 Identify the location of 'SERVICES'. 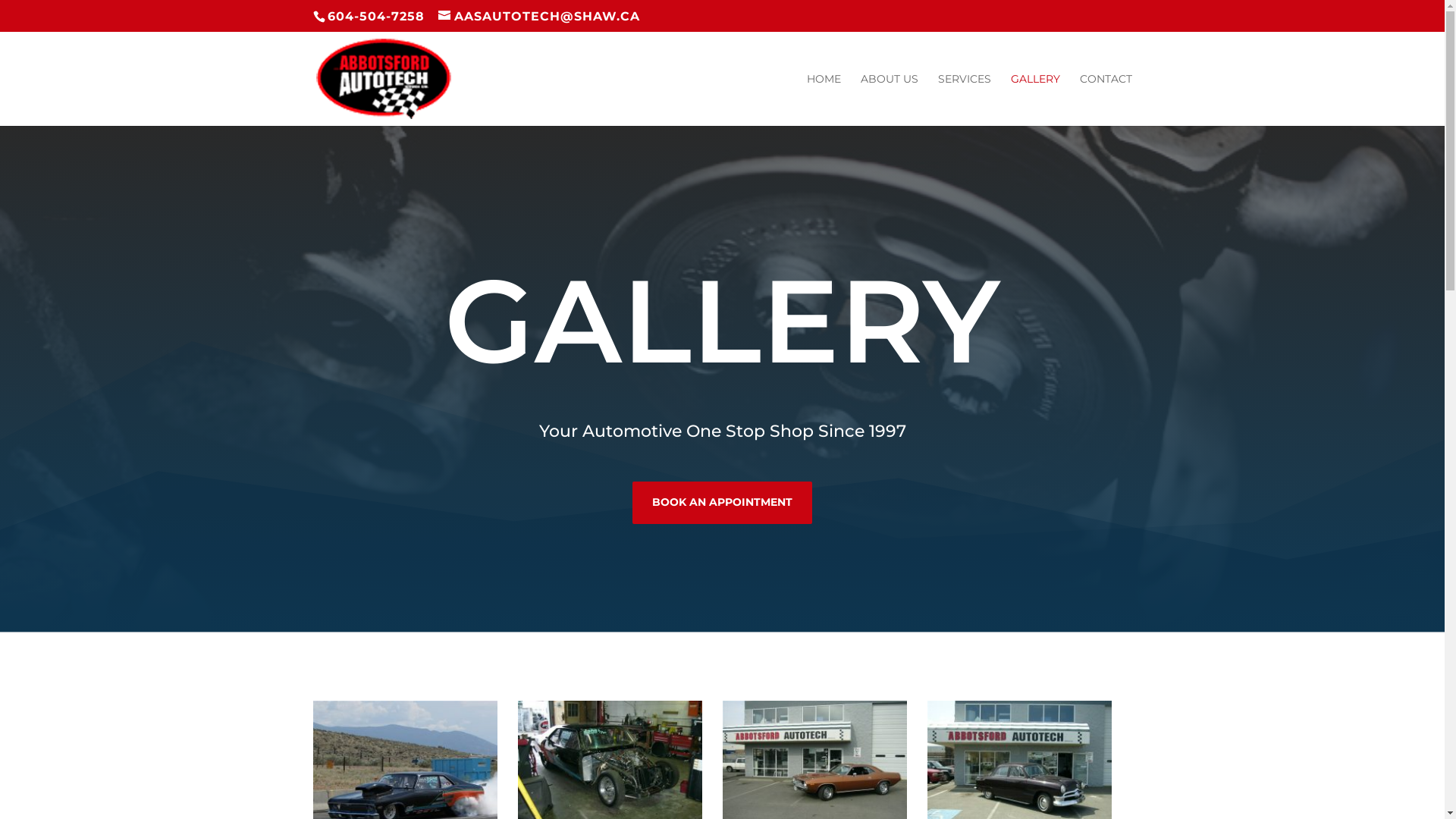
(963, 99).